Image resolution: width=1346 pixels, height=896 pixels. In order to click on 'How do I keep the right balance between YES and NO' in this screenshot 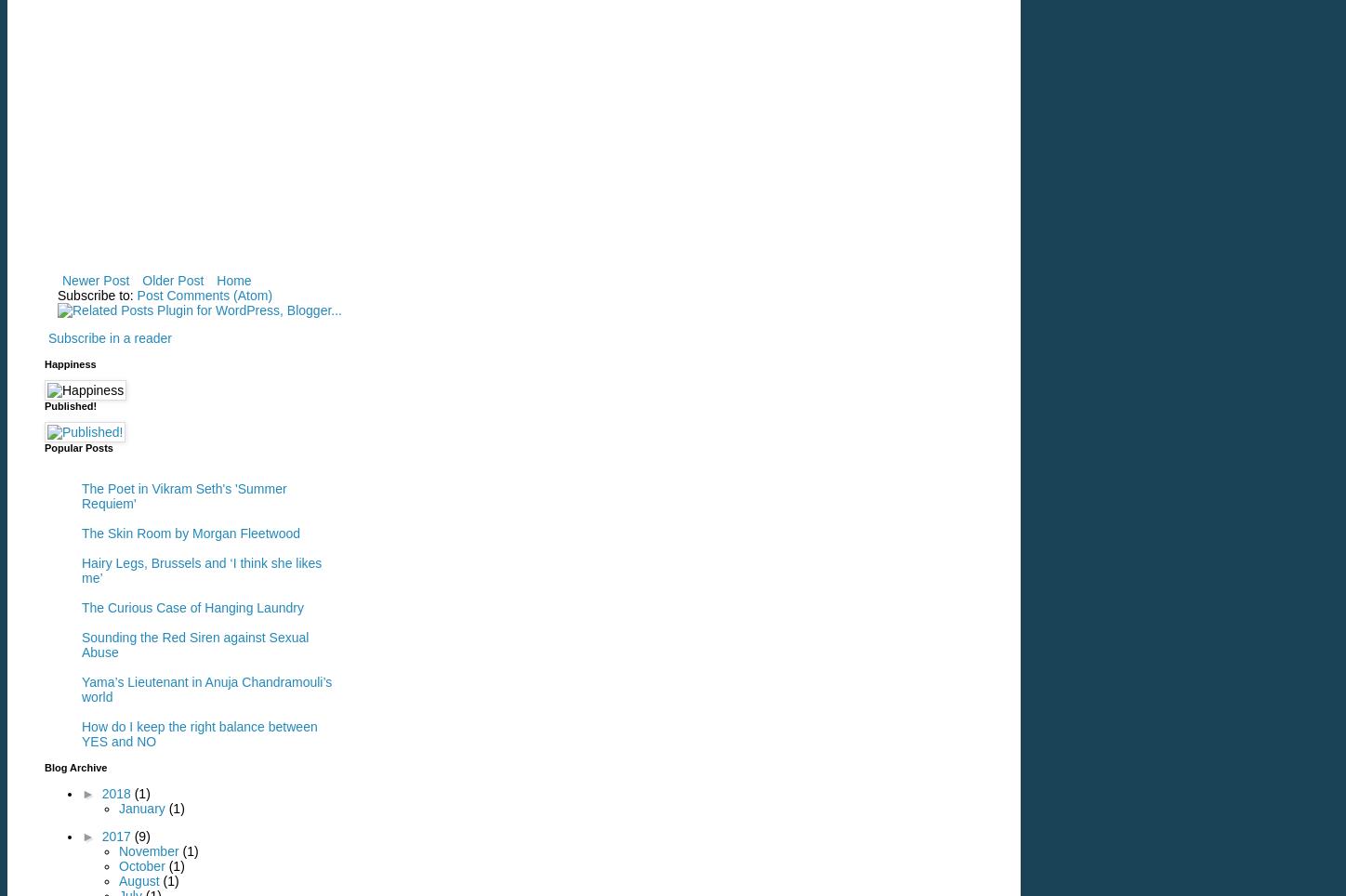, I will do `click(199, 733)`.